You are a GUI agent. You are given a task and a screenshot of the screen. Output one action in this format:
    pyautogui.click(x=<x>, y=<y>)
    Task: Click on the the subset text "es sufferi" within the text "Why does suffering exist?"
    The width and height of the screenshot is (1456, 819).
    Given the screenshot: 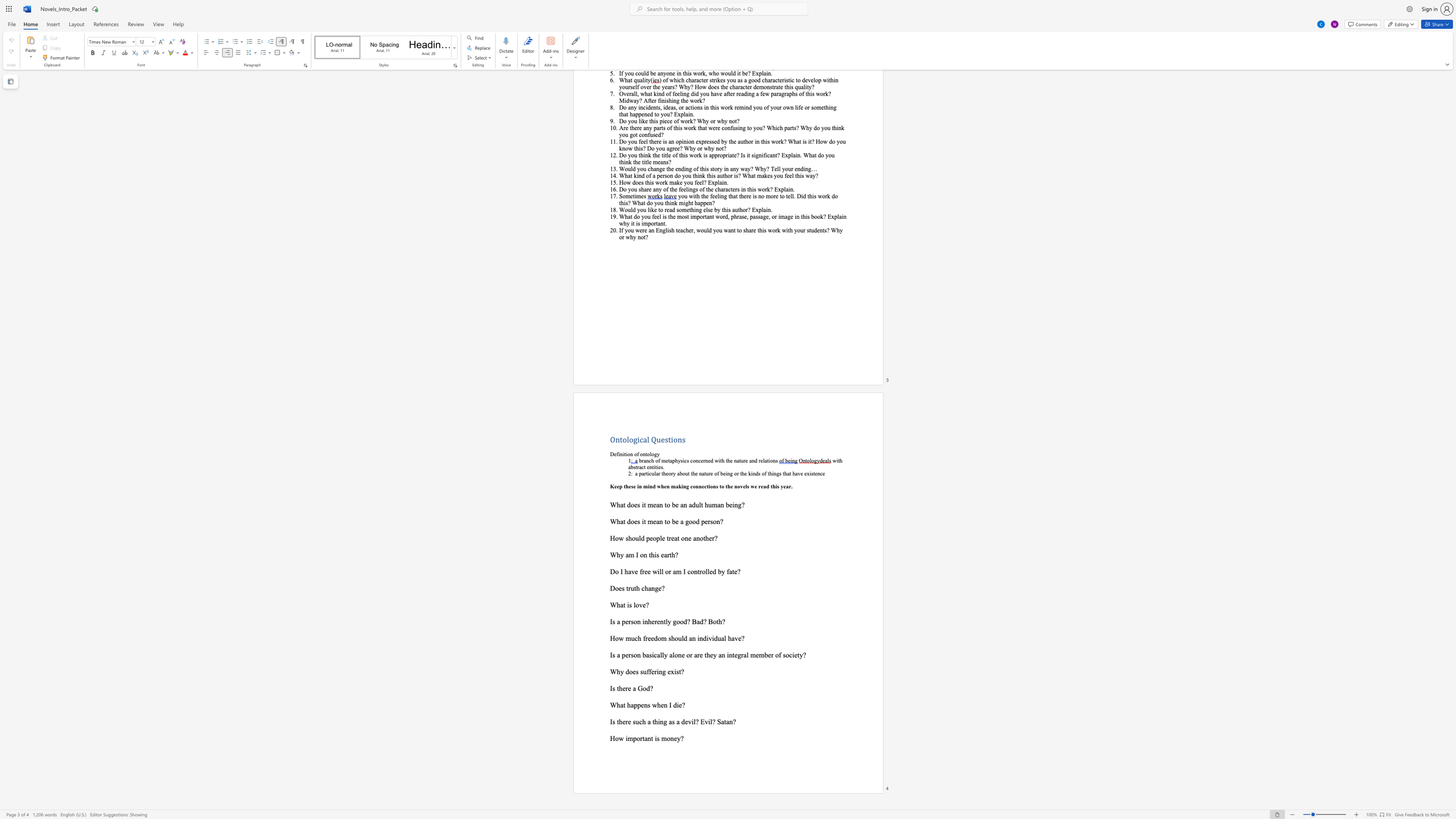 What is the action you would take?
    pyautogui.click(x=632, y=671)
    